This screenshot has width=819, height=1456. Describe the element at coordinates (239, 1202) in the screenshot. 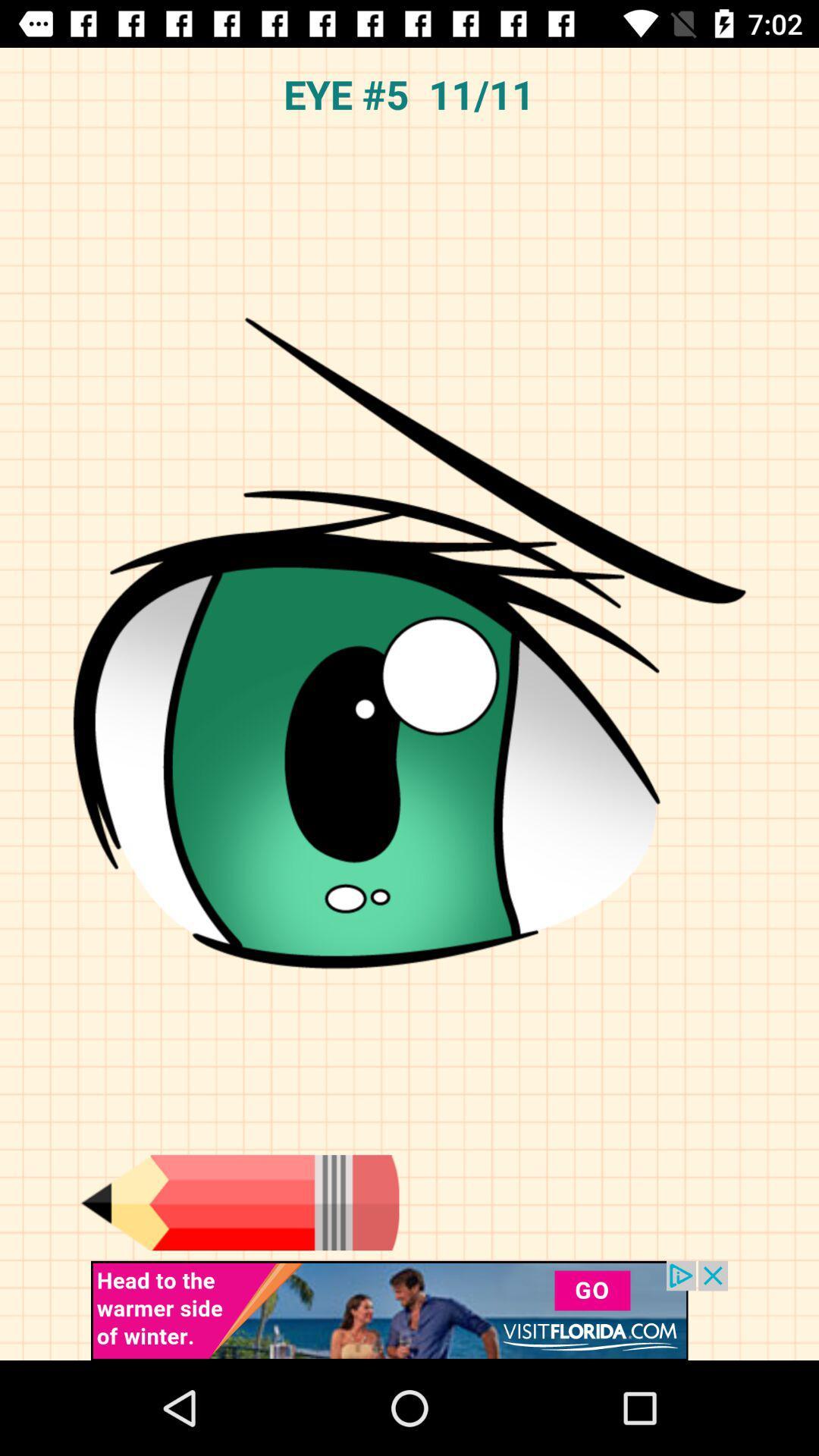

I see `pencil` at that location.